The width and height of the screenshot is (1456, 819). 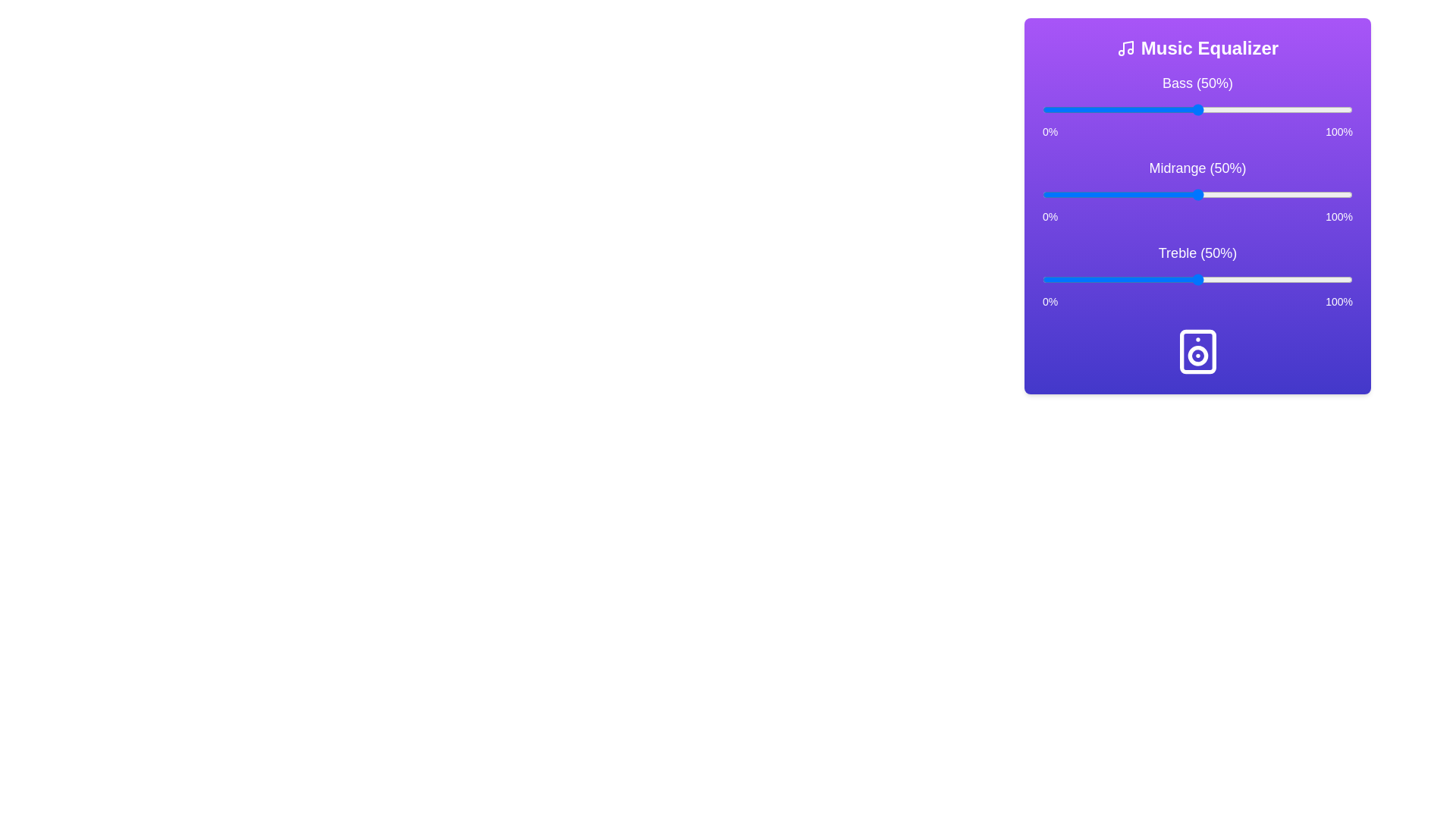 What do you see at coordinates (1314, 109) in the screenshot?
I see `the bass slider to 88%` at bounding box center [1314, 109].